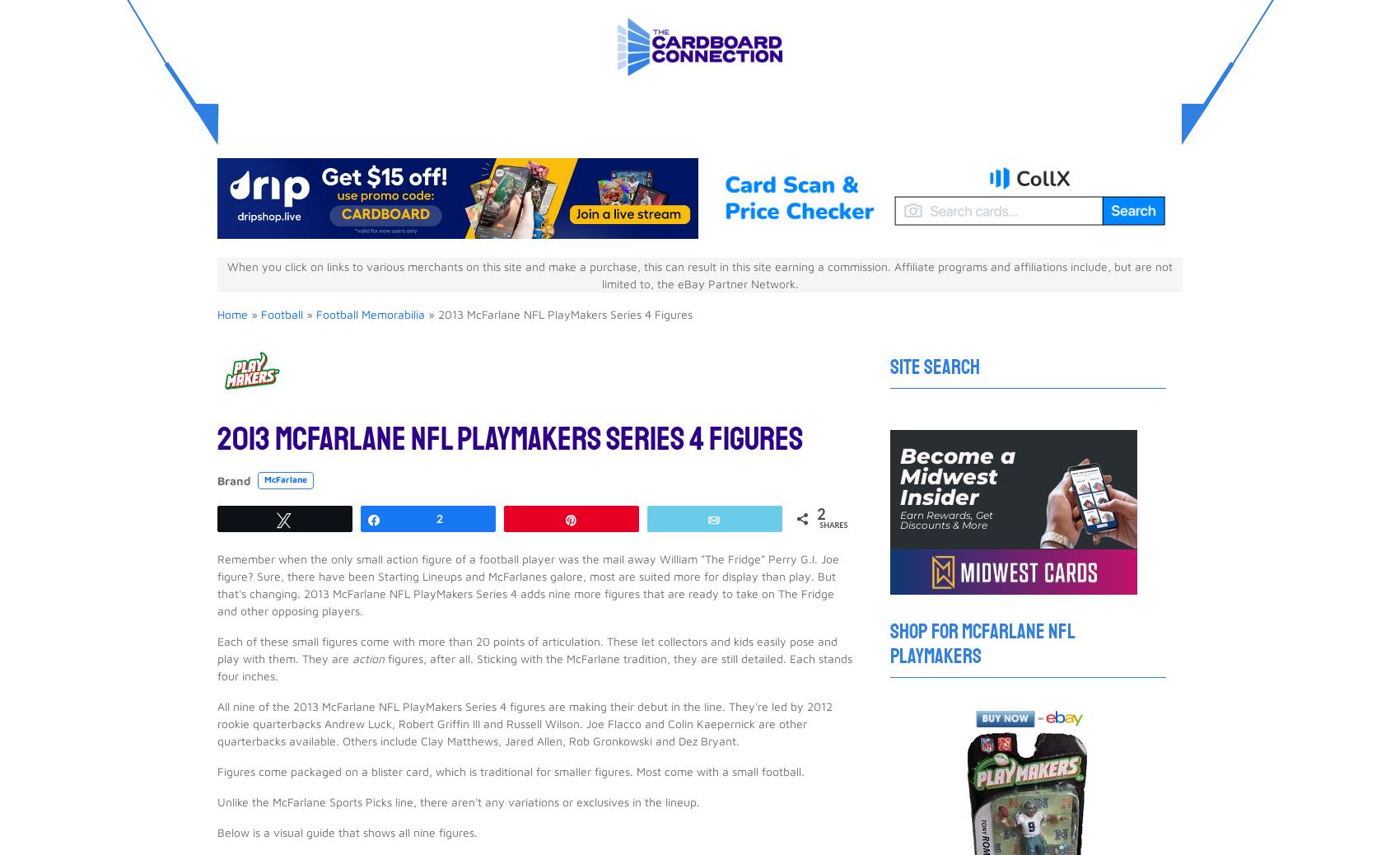  What do you see at coordinates (449, 439) in the screenshot?
I see `'McFarlane Toys Playmakers NFL Football - LeSean Mccoy - (BOX ONLY!) 📦'` at bounding box center [449, 439].